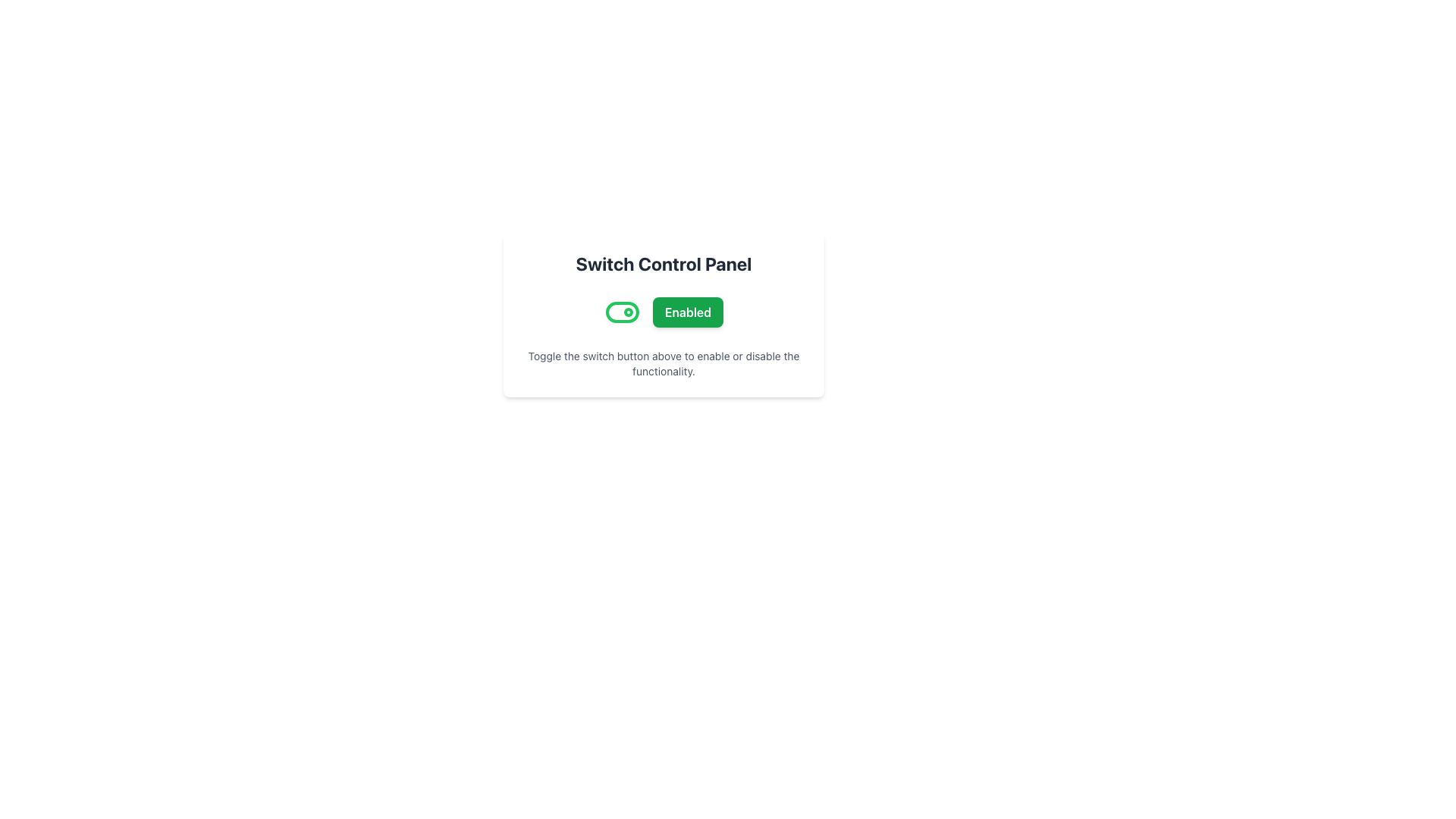 Image resolution: width=1456 pixels, height=819 pixels. What do you see at coordinates (622, 312) in the screenshot?
I see `the toggle switch with a green outline and white background, which is the leftmost component in a horizontal arrangement, indicating an active state` at bounding box center [622, 312].